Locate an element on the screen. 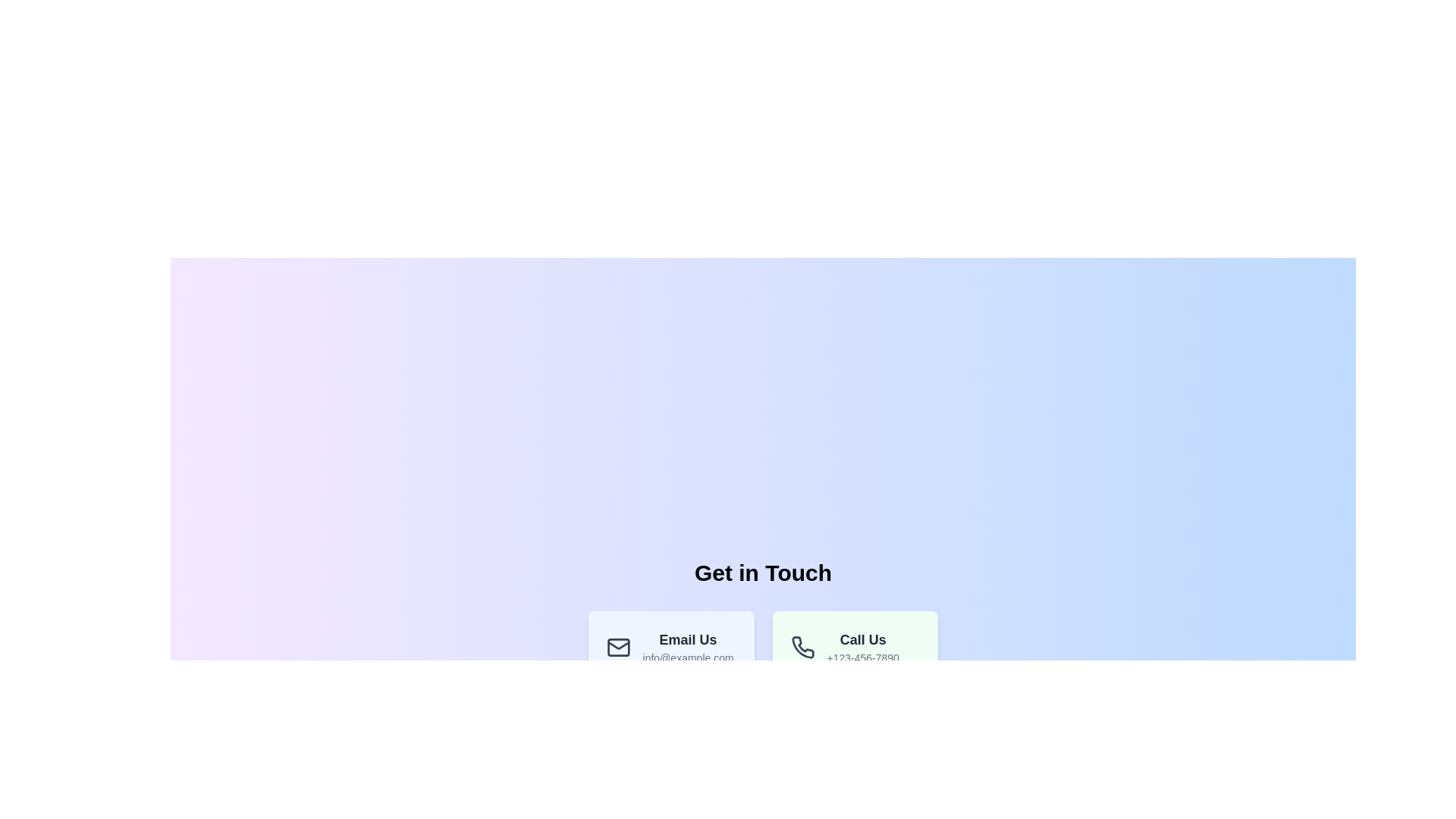  the 'Email Us' text label in the 'Get in Touch' section, which is styled with a larger, bold font and located above the lighter gray text 'info@example.com' is located at coordinates (687, 640).